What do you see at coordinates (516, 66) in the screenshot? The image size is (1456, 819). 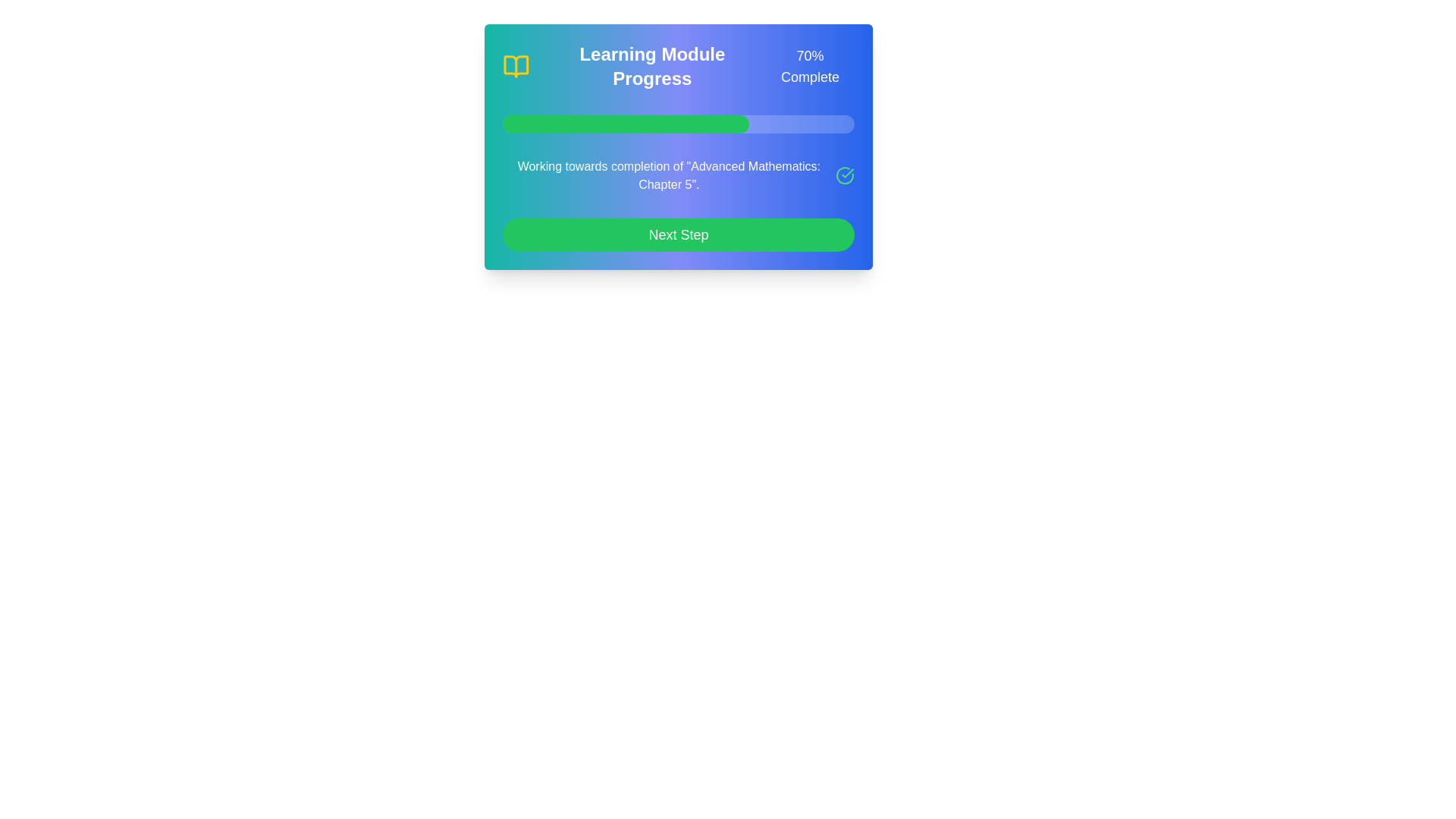 I see `the icon indicating progress in the educational module located at the top-left corner of the 'Learning Module Progress' card` at bounding box center [516, 66].